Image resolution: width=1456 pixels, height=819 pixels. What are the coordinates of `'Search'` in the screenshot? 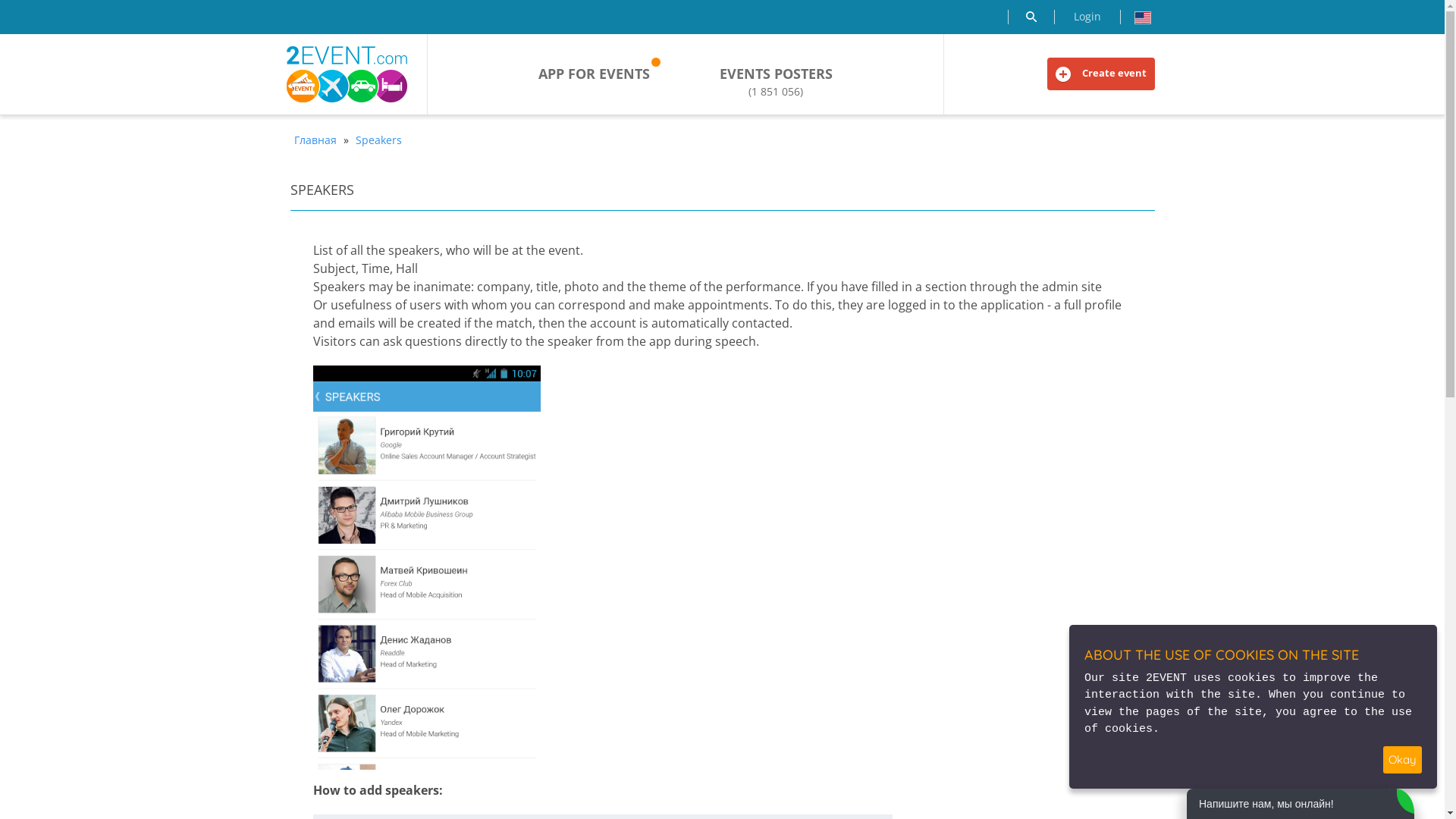 It's located at (1030, 17).